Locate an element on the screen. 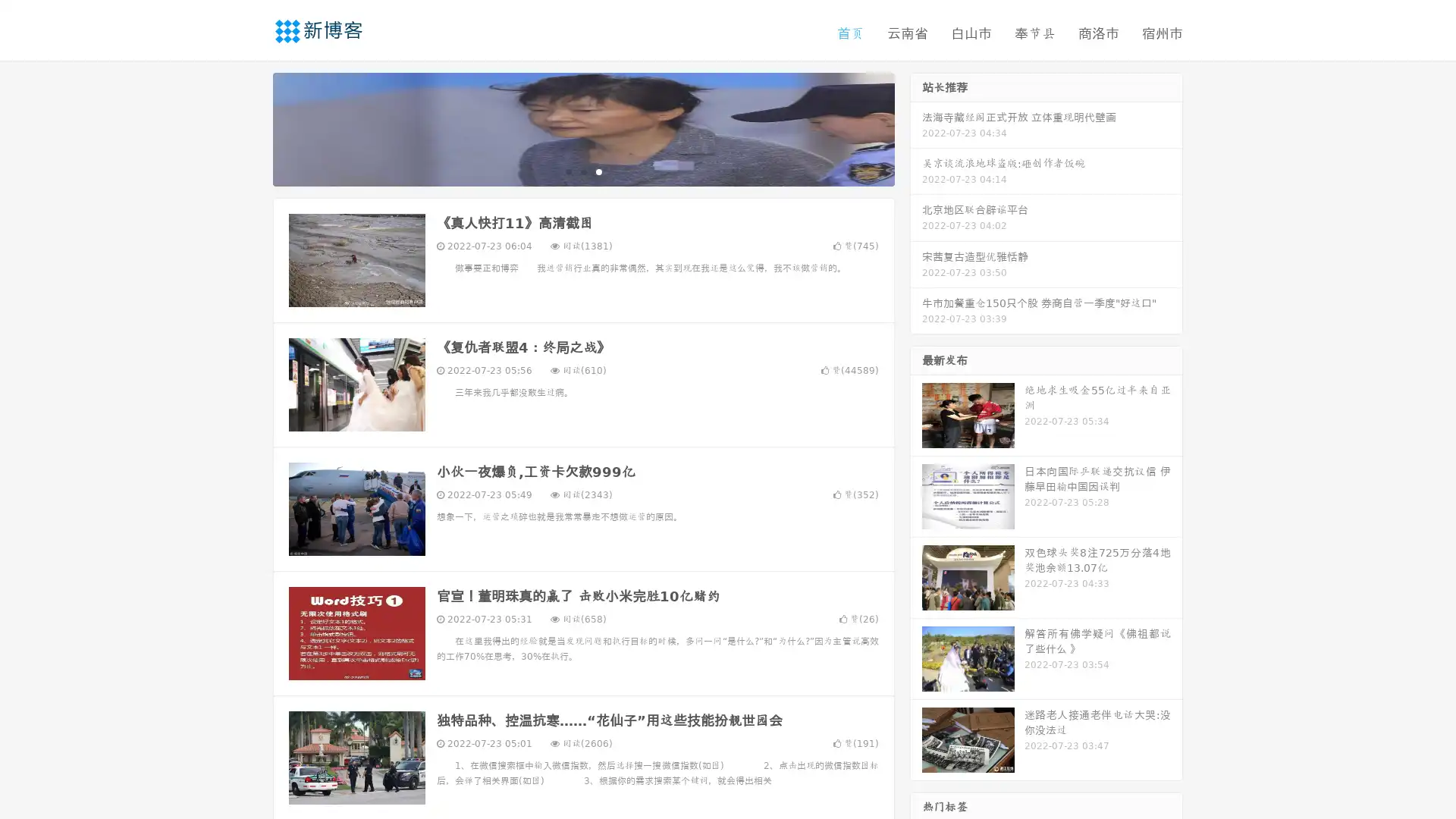  Previous slide is located at coordinates (250, 127).